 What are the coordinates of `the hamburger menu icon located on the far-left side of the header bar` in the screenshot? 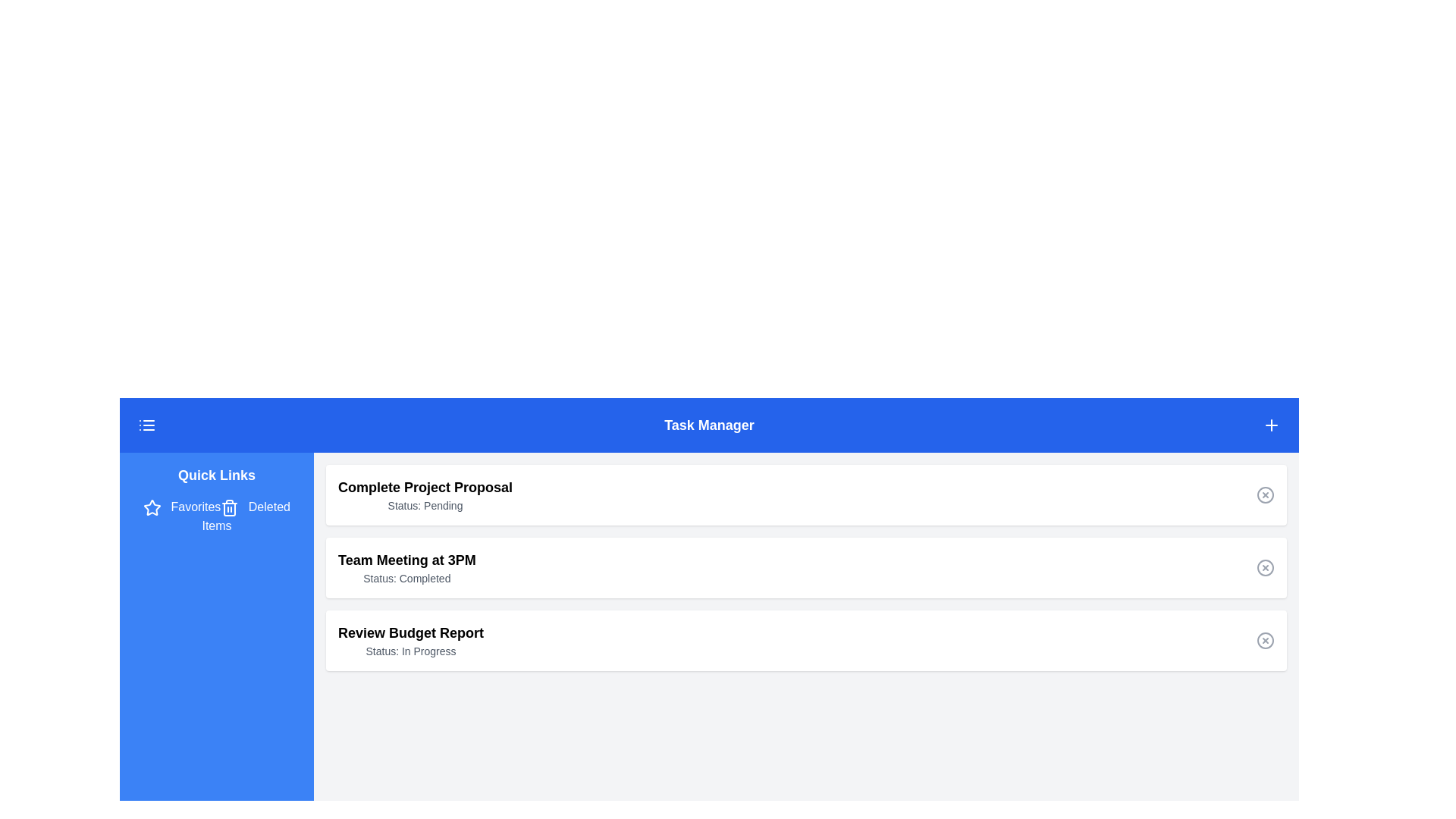 It's located at (146, 425).